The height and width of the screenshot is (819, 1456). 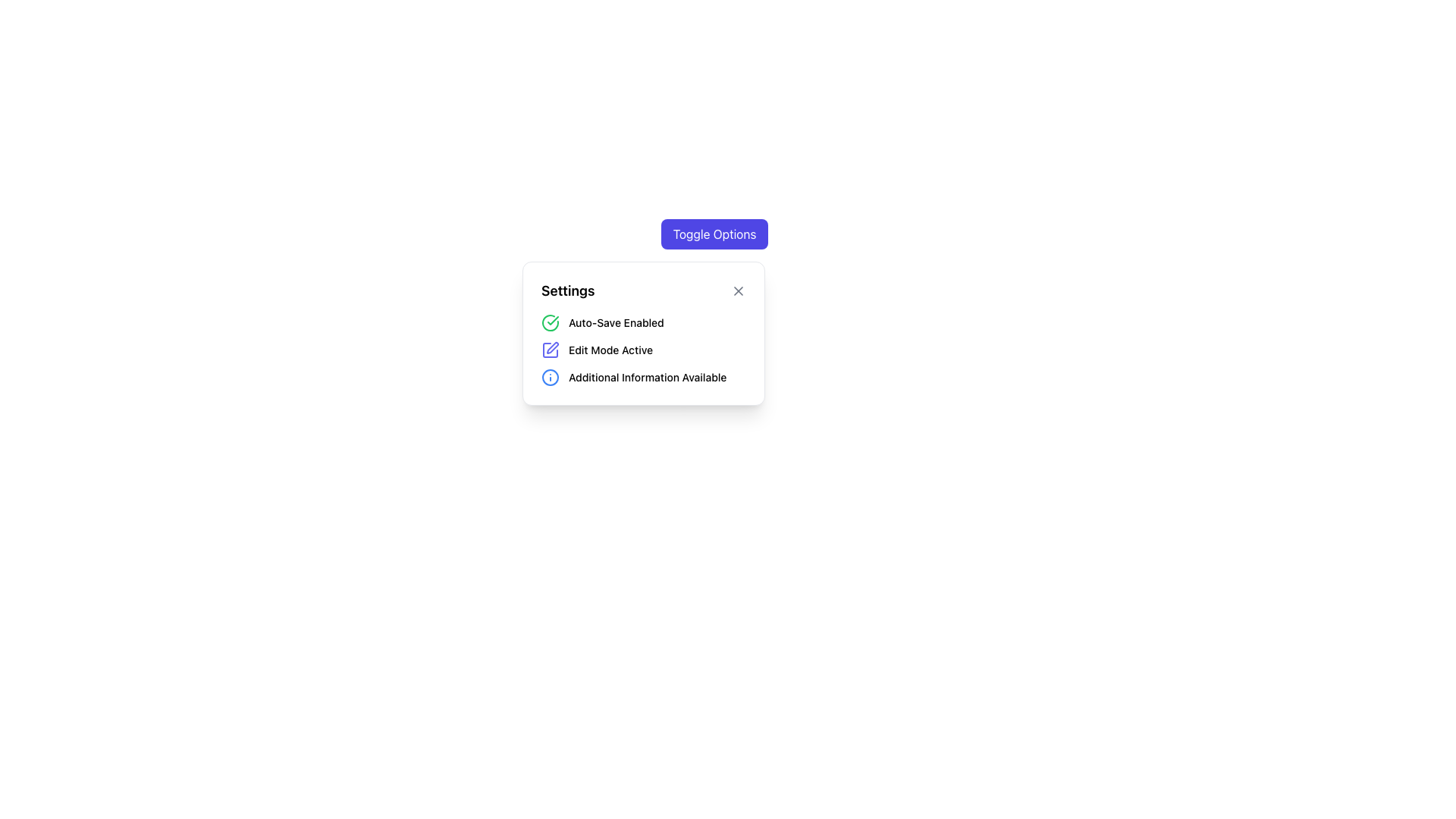 I want to click on the 'Auto-Save Enabled' status icon located to the left of the descriptive text, indicating that auto-save is currently active, so click(x=549, y=322).